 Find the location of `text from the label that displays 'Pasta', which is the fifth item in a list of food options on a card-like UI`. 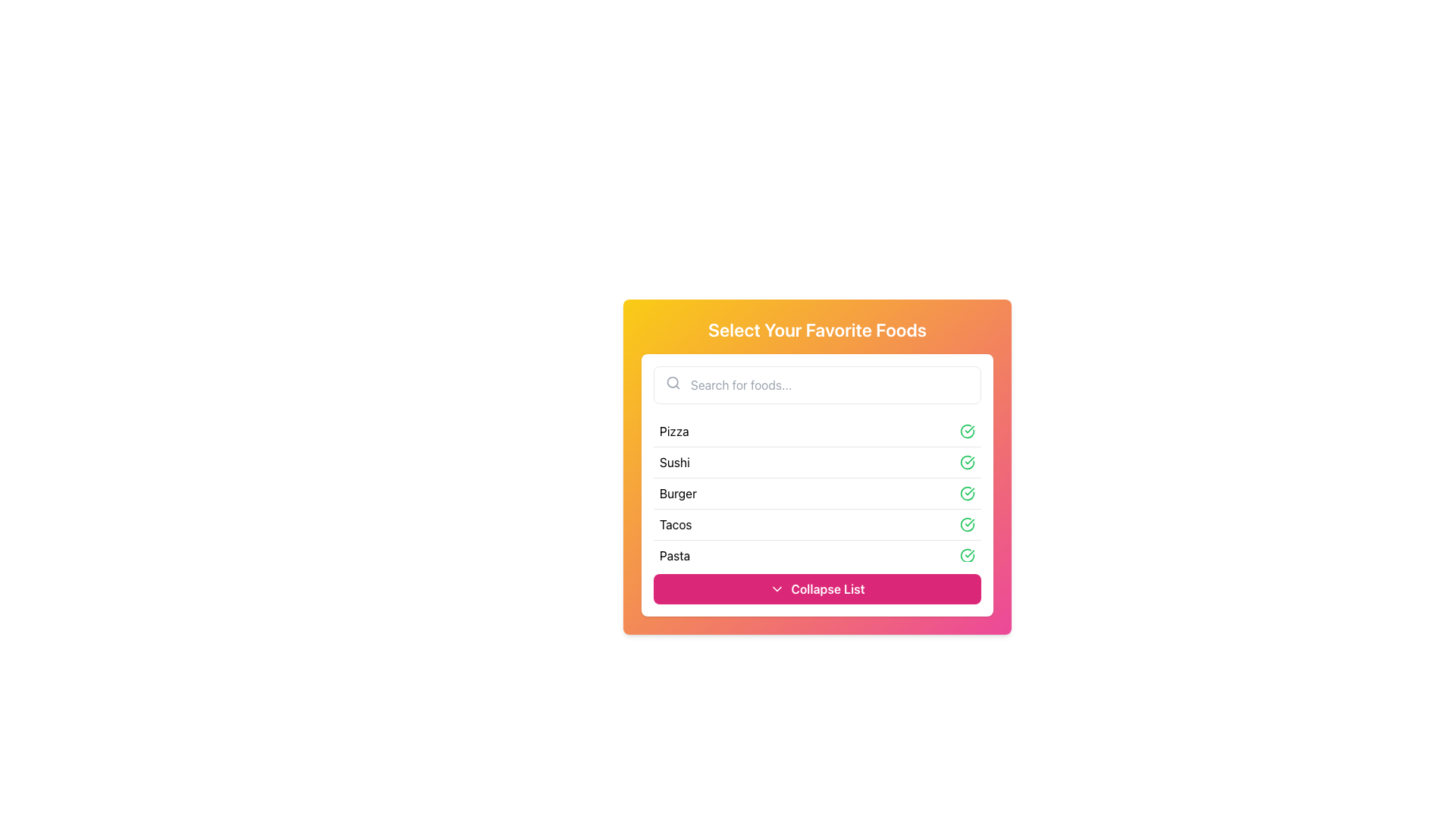

text from the label that displays 'Pasta', which is the fifth item in a list of food options on a card-like UI is located at coordinates (674, 555).